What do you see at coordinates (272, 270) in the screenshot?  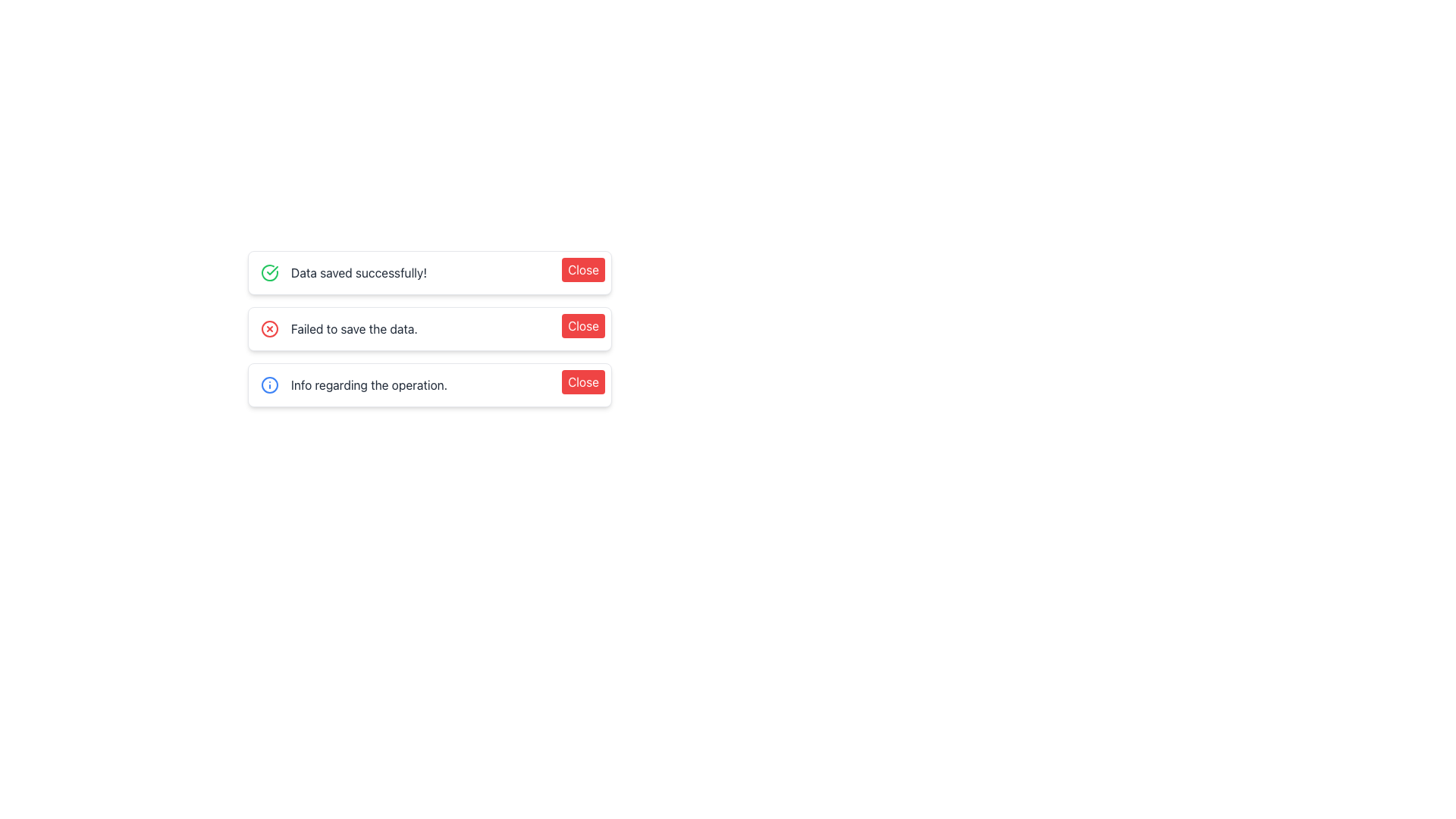 I see `the checkmark icon within a circular border, which indicates a confirmation or success state` at bounding box center [272, 270].